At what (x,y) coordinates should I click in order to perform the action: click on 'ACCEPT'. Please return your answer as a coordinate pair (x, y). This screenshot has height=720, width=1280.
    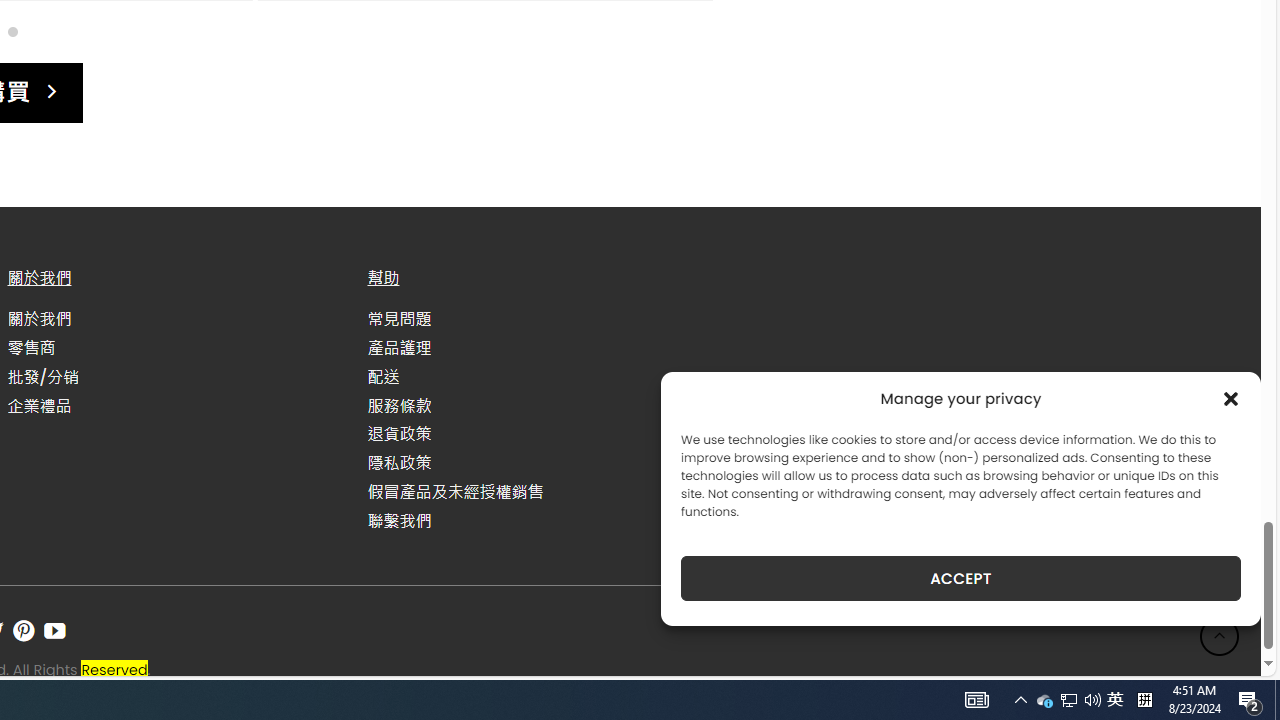
    Looking at the image, I should click on (961, 578).